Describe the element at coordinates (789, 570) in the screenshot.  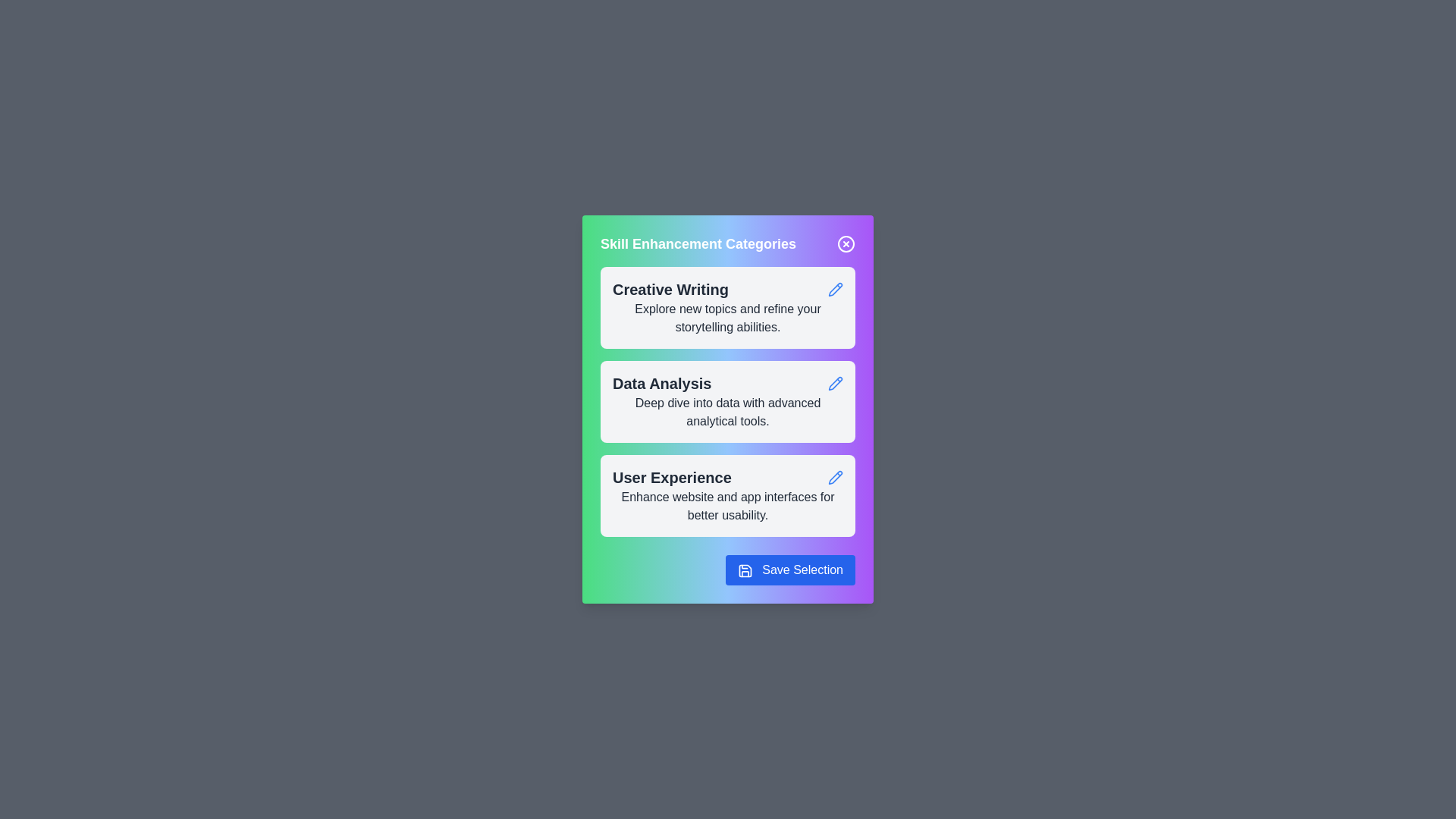
I see `'Save Selection' button to confirm the selection` at that location.